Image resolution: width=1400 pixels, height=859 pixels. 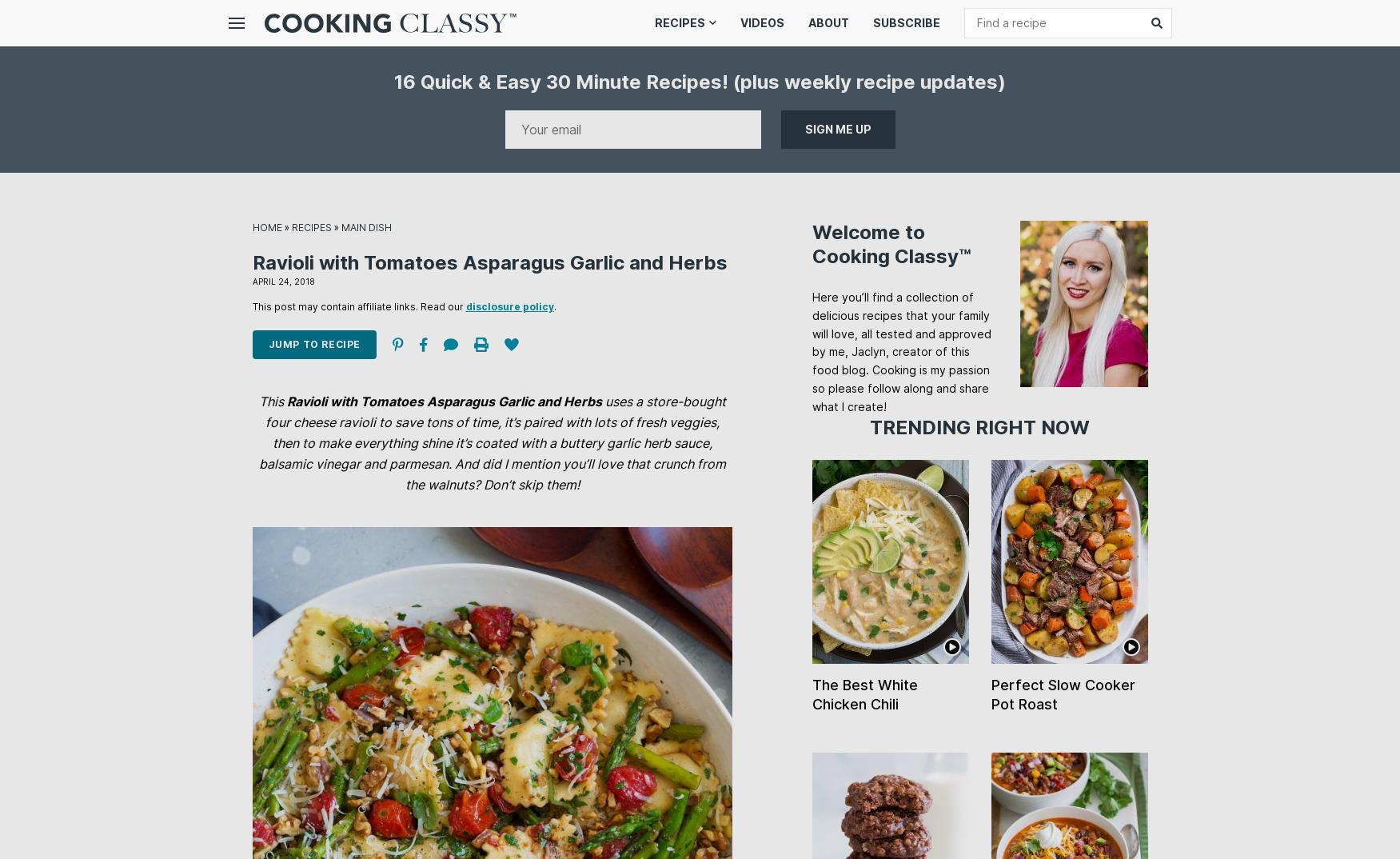 What do you see at coordinates (827, 22) in the screenshot?
I see `'About'` at bounding box center [827, 22].